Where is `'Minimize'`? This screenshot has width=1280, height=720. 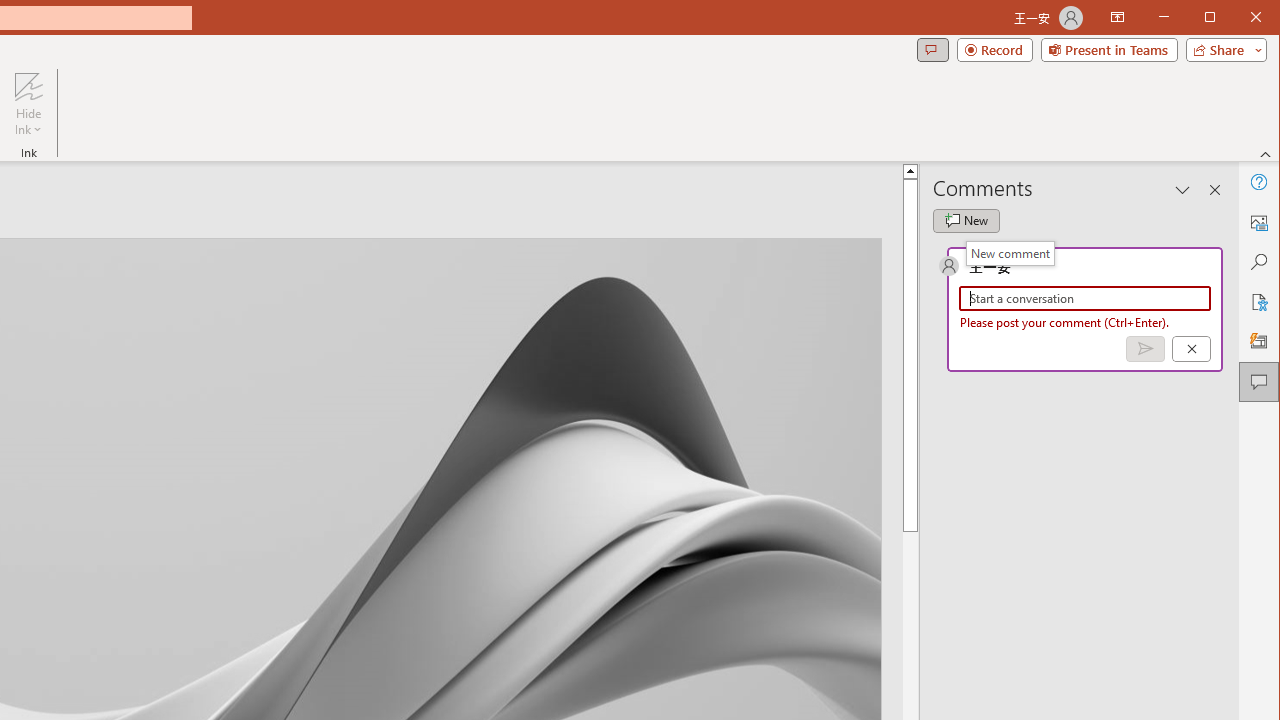
'Minimize' is located at coordinates (1215, 19).